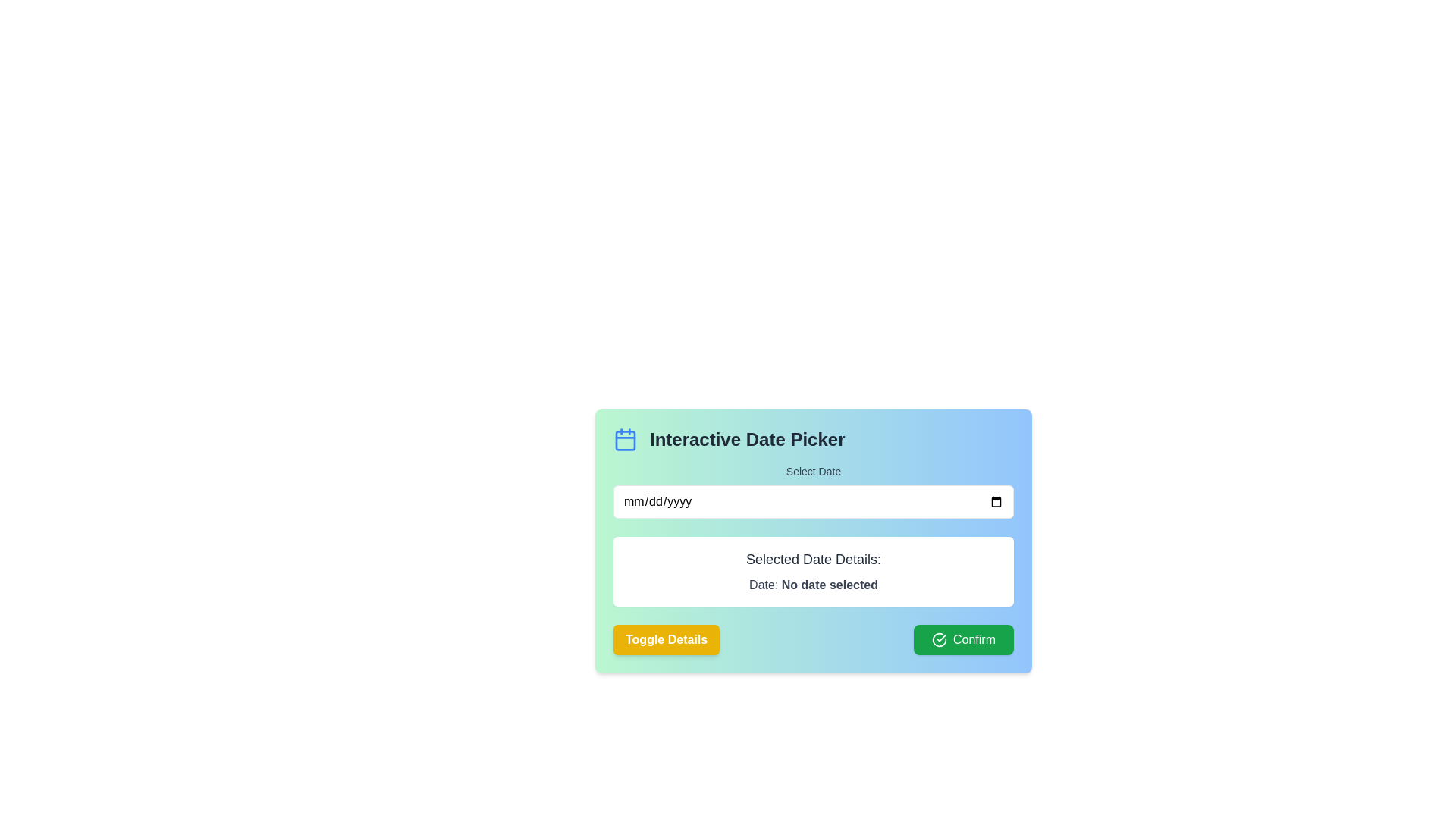  What do you see at coordinates (938, 640) in the screenshot?
I see `the circular icon inside the 'Confirm' button located in the bottom-right corner of the 'Interactive Date Picker' dialog box` at bounding box center [938, 640].